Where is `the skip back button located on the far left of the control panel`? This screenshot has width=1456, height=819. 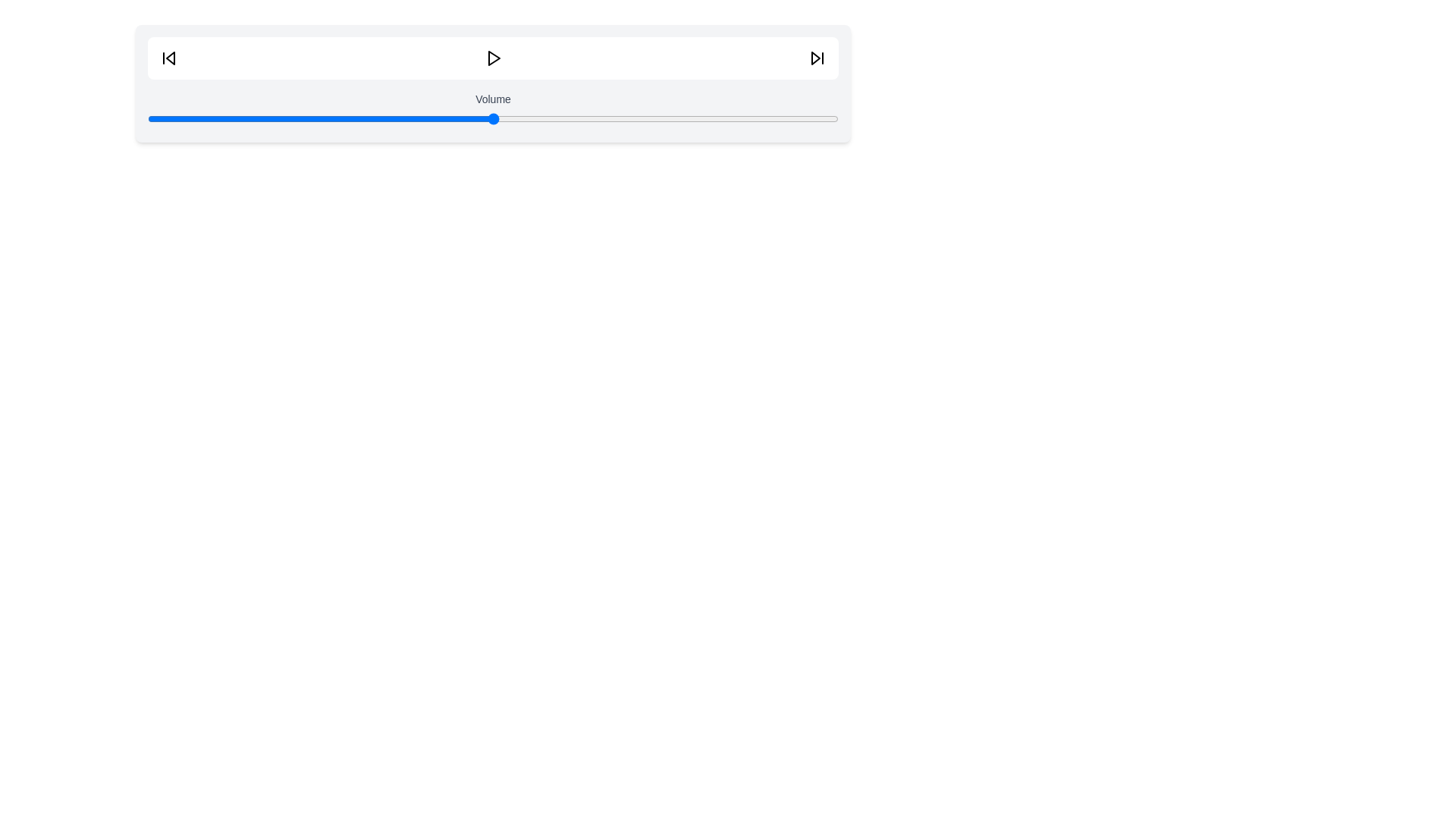 the skip back button located on the far left of the control panel is located at coordinates (168, 58).